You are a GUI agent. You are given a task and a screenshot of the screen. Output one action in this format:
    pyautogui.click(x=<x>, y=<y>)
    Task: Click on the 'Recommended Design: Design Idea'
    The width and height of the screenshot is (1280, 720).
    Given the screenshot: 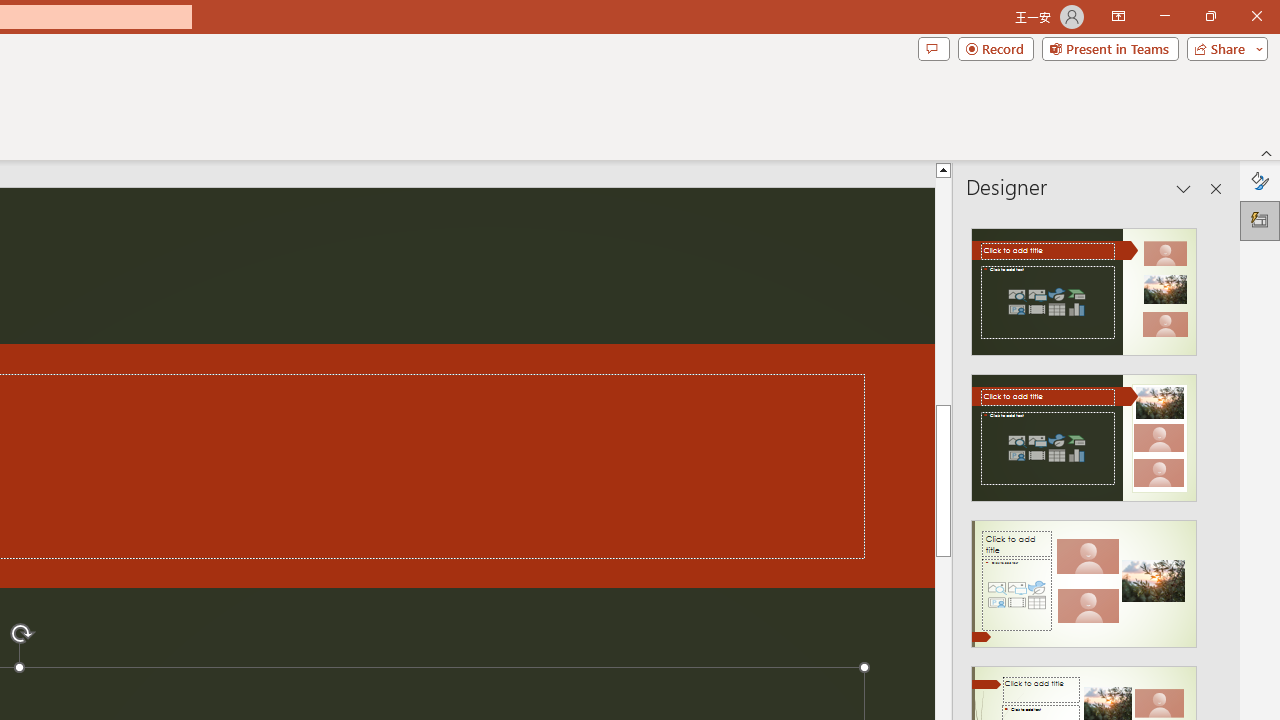 What is the action you would take?
    pyautogui.click(x=1083, y=286)
    